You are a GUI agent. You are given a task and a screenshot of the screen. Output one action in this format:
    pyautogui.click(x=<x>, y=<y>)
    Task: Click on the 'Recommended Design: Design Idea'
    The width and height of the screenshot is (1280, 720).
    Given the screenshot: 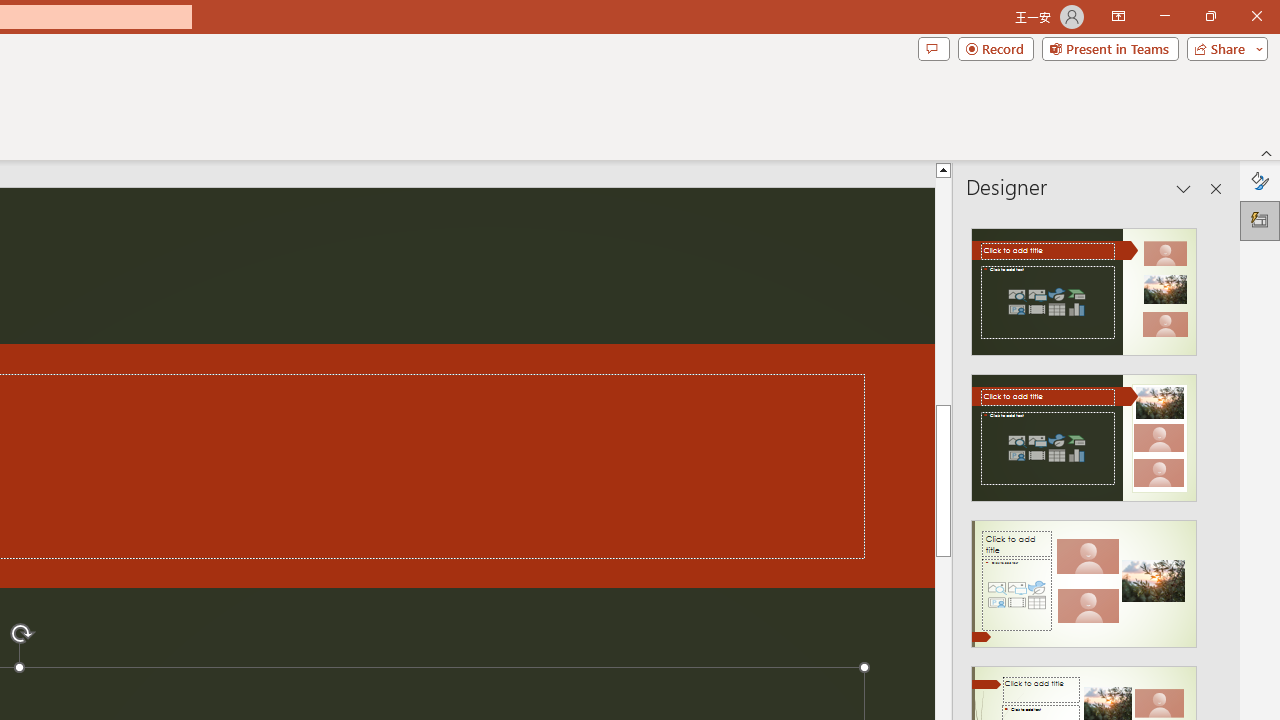 What is the action you would take?
    pyautogui.click(x=1083, y=286)
    